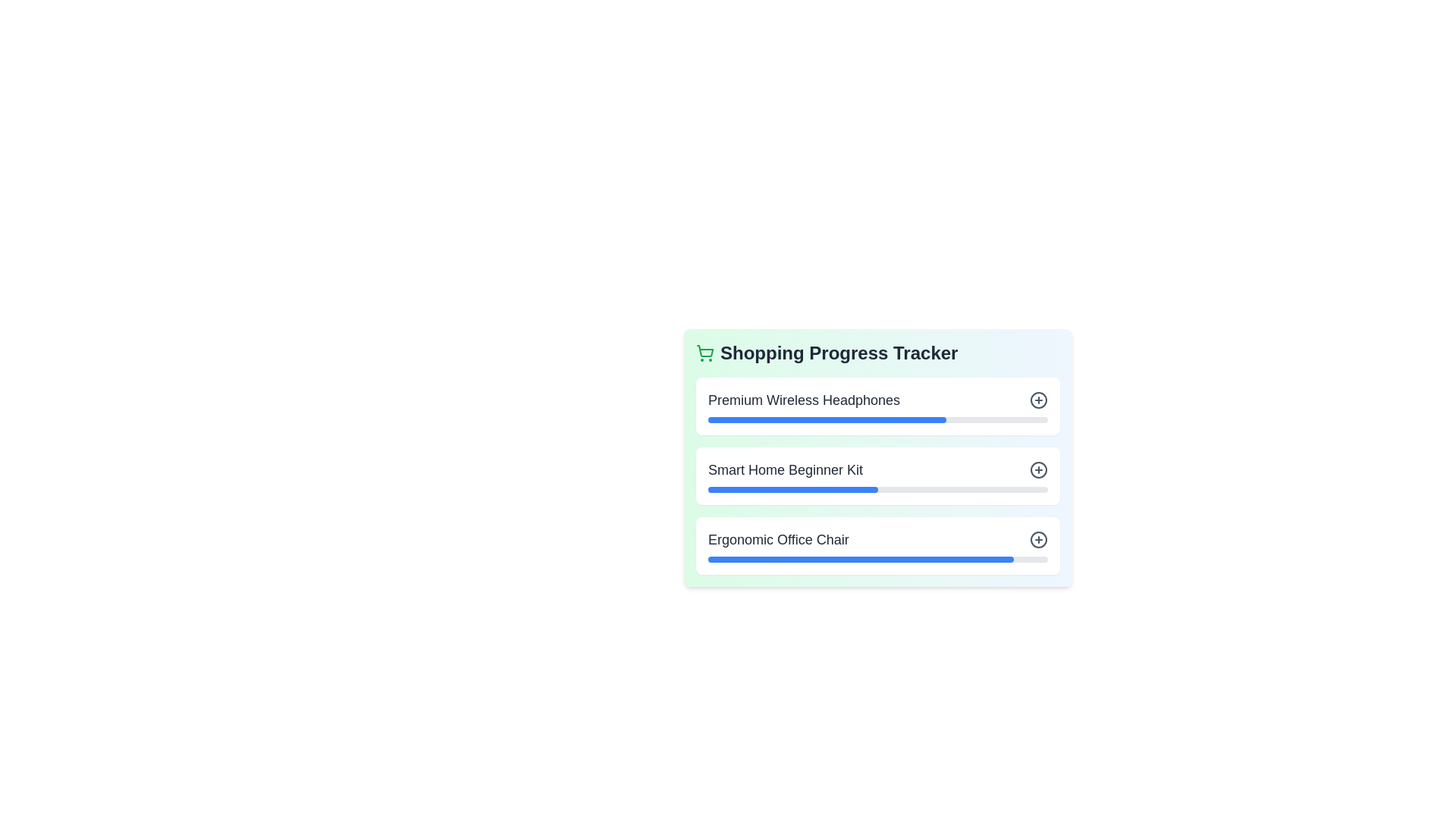  I want to click on text label that serves as a header for the shopping progress tracking section, located in the upper part of the main content area, positioned above a list of progress bars, so click(838, 353).